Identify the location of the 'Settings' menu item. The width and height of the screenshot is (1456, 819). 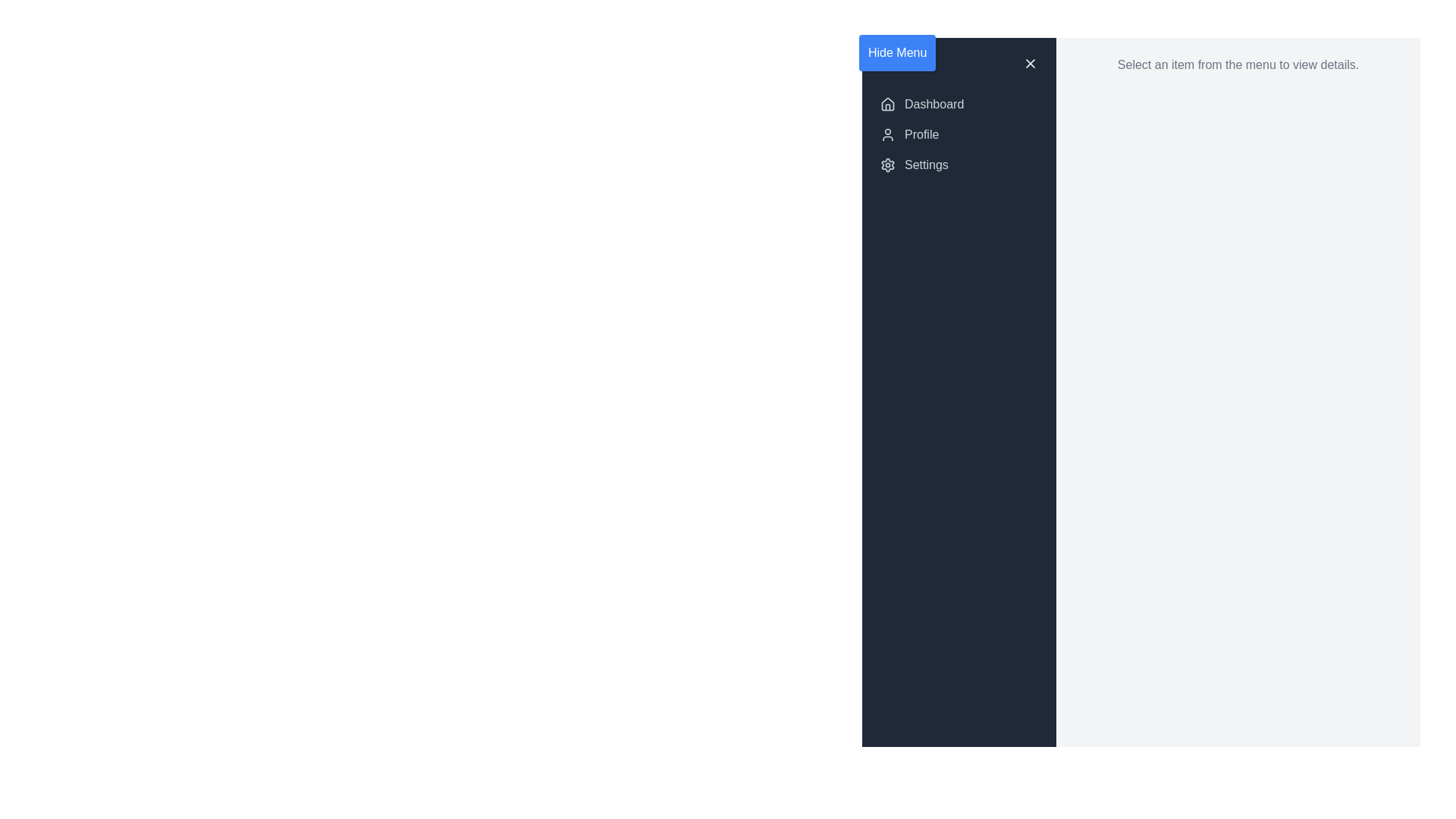
(959, 165).